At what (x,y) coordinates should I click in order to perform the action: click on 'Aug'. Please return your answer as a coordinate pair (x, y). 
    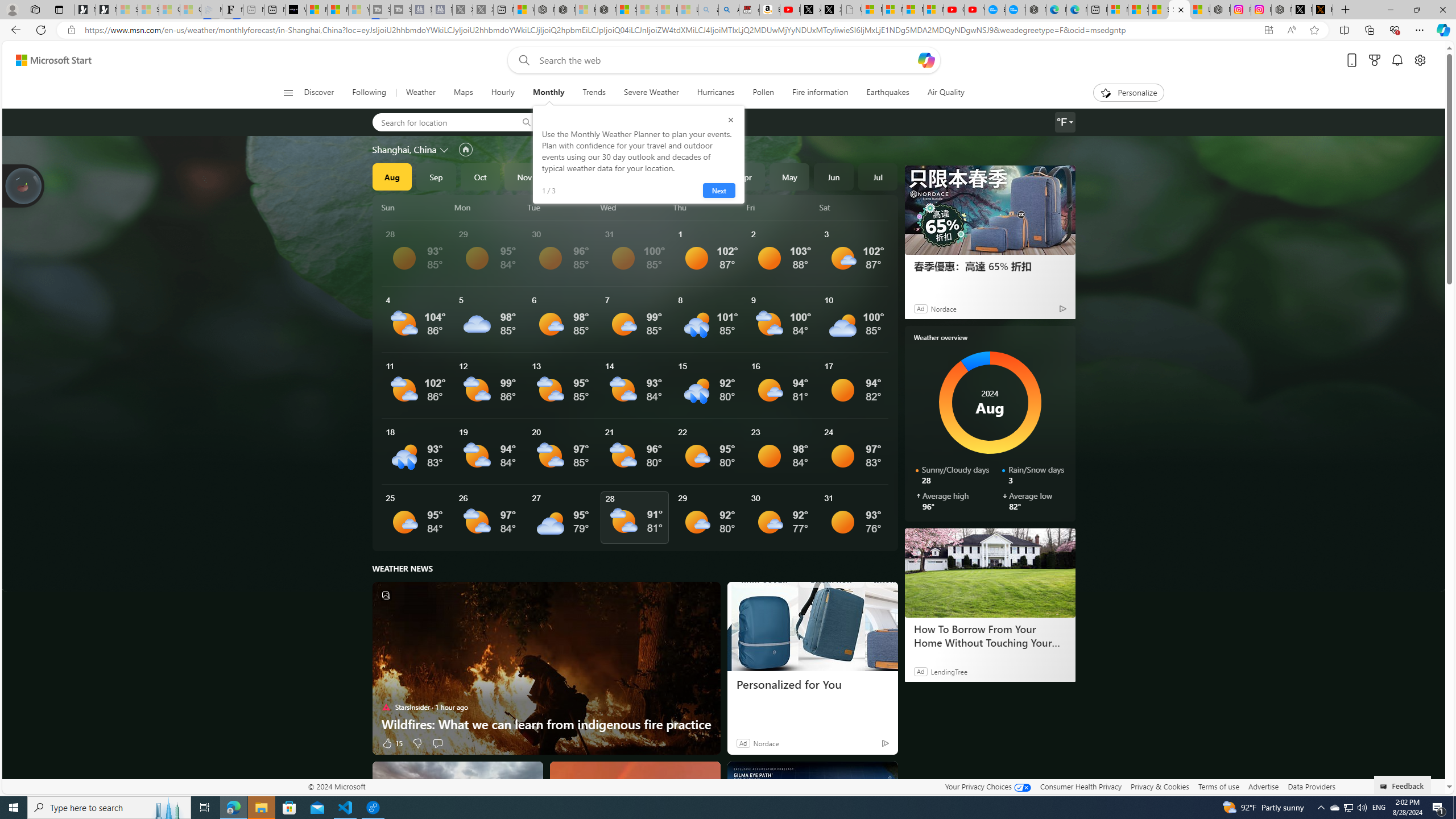
    Looking at the image, I should click on (391, 176).